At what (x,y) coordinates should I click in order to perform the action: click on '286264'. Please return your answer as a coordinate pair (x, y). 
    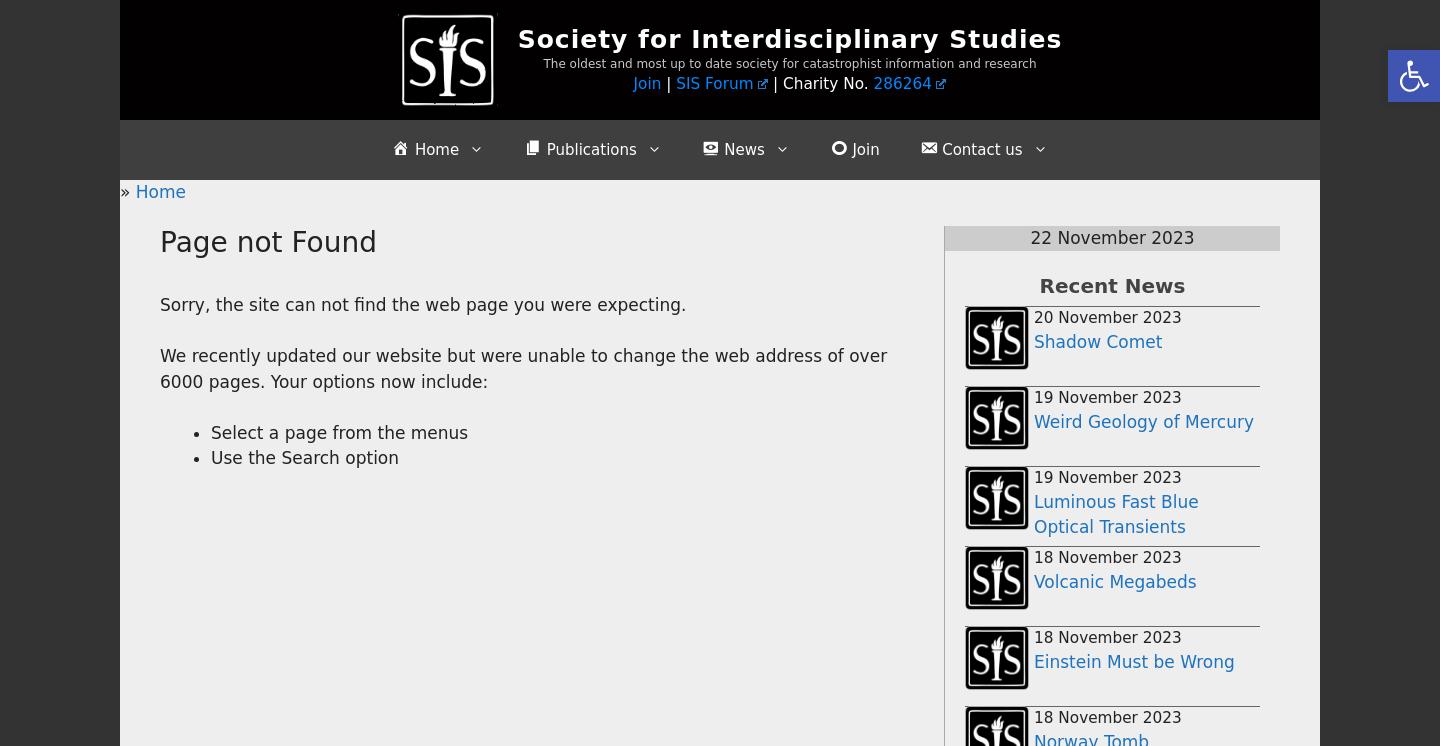
    Looking at the image, I should click on (902, 83).